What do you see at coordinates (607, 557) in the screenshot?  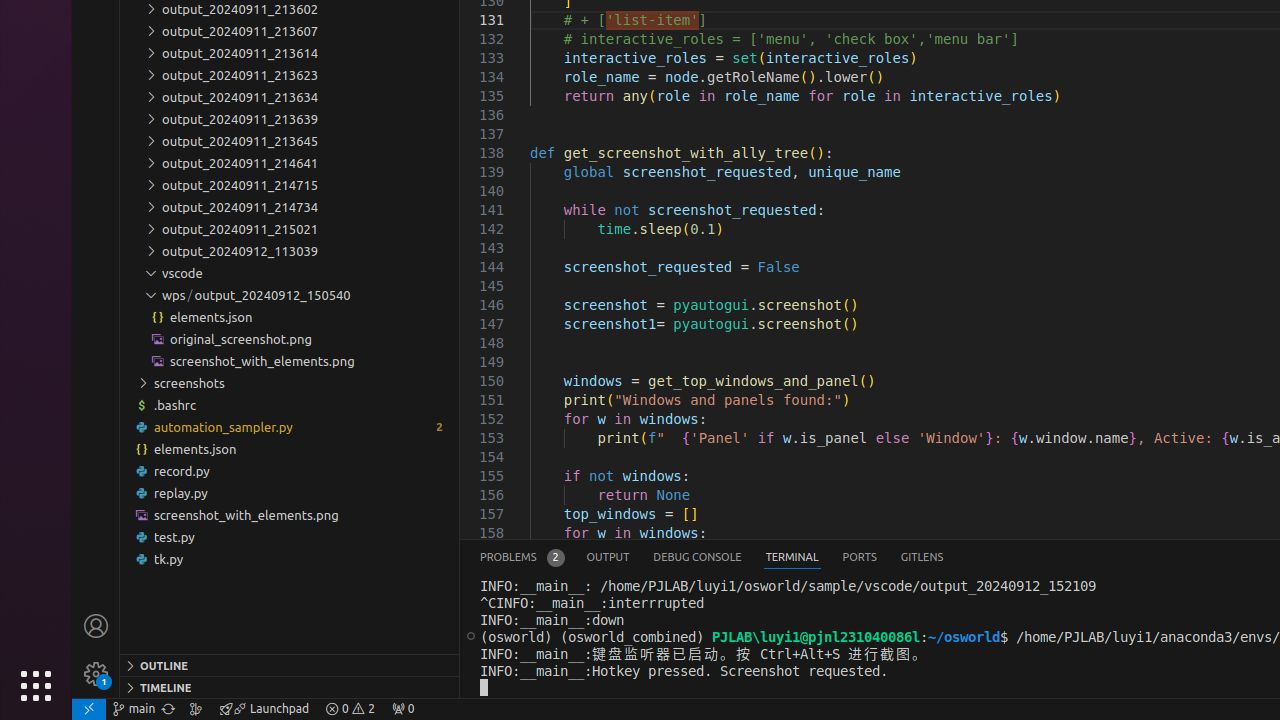 I see `'Output (Ctrl+K Ctrl+H)'` at bounding box center [607, 557].